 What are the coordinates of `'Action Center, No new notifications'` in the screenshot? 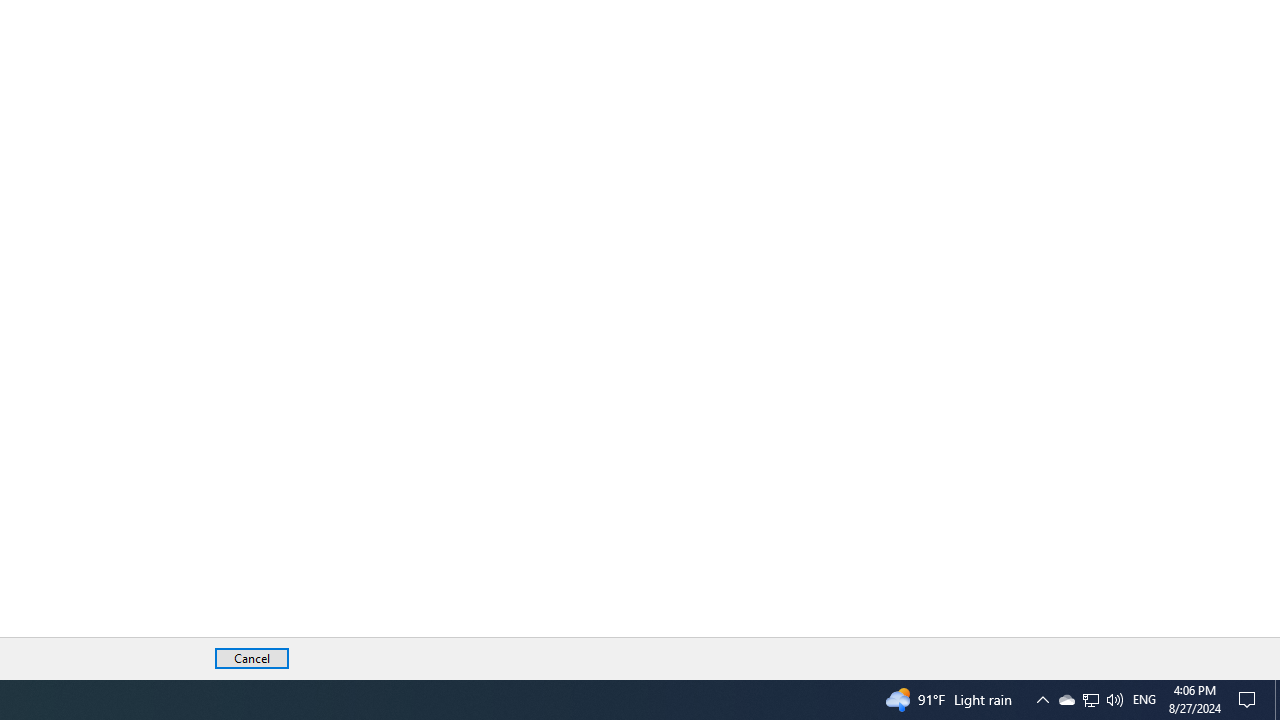 It's located at (1250, 698).